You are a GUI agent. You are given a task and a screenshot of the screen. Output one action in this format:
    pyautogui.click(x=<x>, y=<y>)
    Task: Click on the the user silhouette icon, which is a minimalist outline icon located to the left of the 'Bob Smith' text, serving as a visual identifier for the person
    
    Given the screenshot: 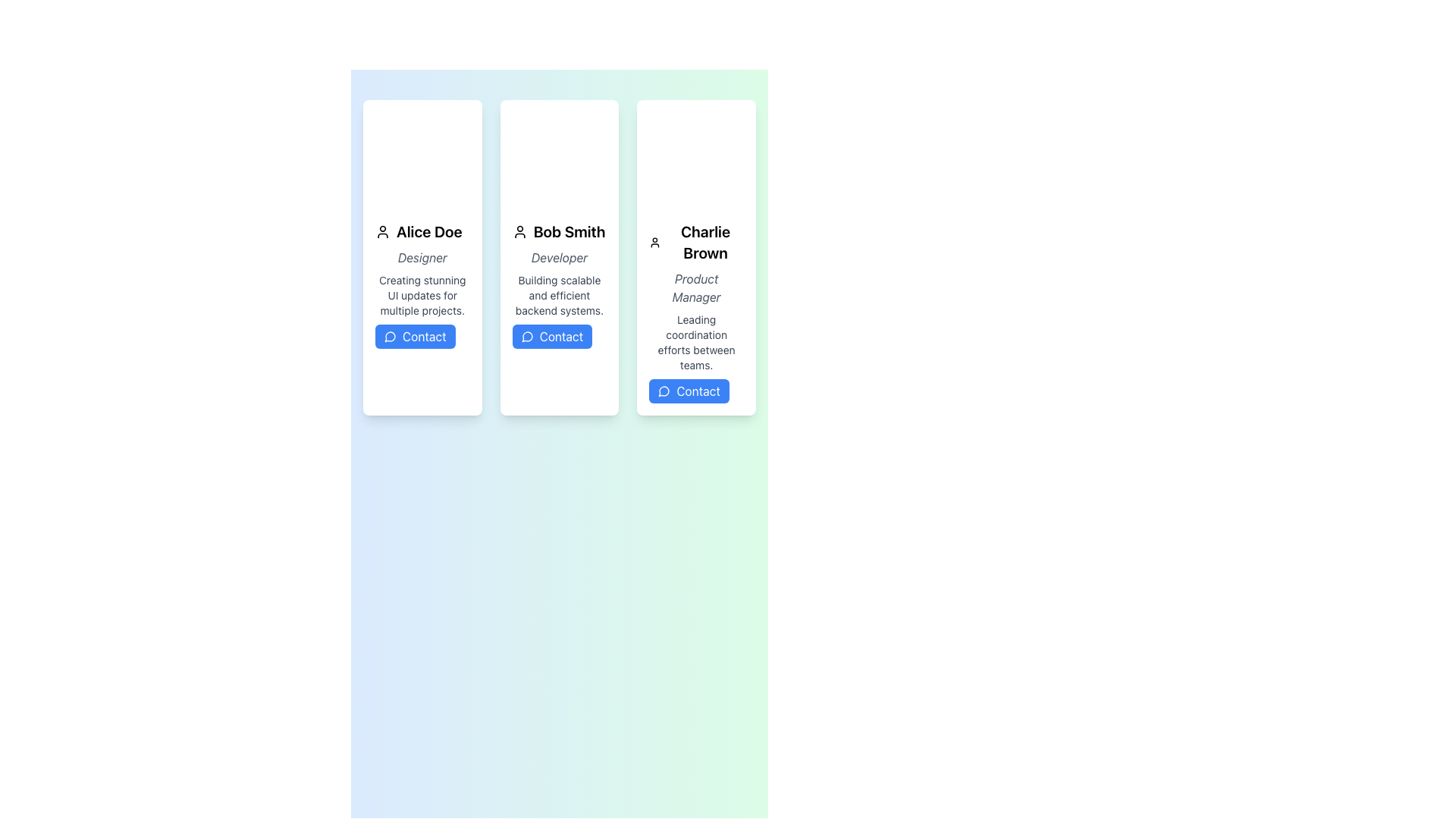 What is the action you would take?
    pyautogui.click(x=519, y=231)
    